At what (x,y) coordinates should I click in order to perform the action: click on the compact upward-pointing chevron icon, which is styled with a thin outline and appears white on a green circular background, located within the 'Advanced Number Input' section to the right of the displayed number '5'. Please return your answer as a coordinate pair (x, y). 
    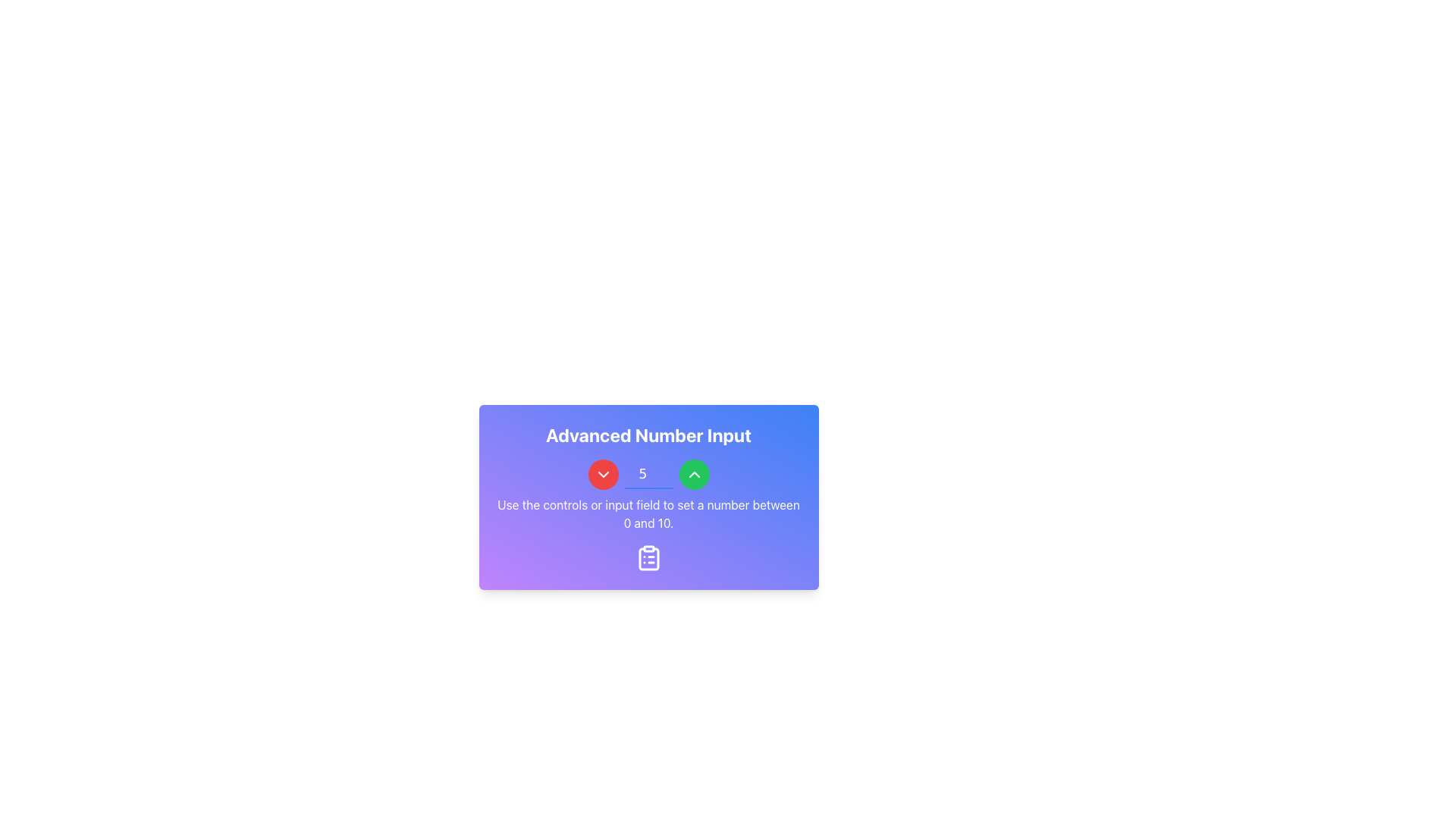
    Looking at the image, I should click on (693, 473).